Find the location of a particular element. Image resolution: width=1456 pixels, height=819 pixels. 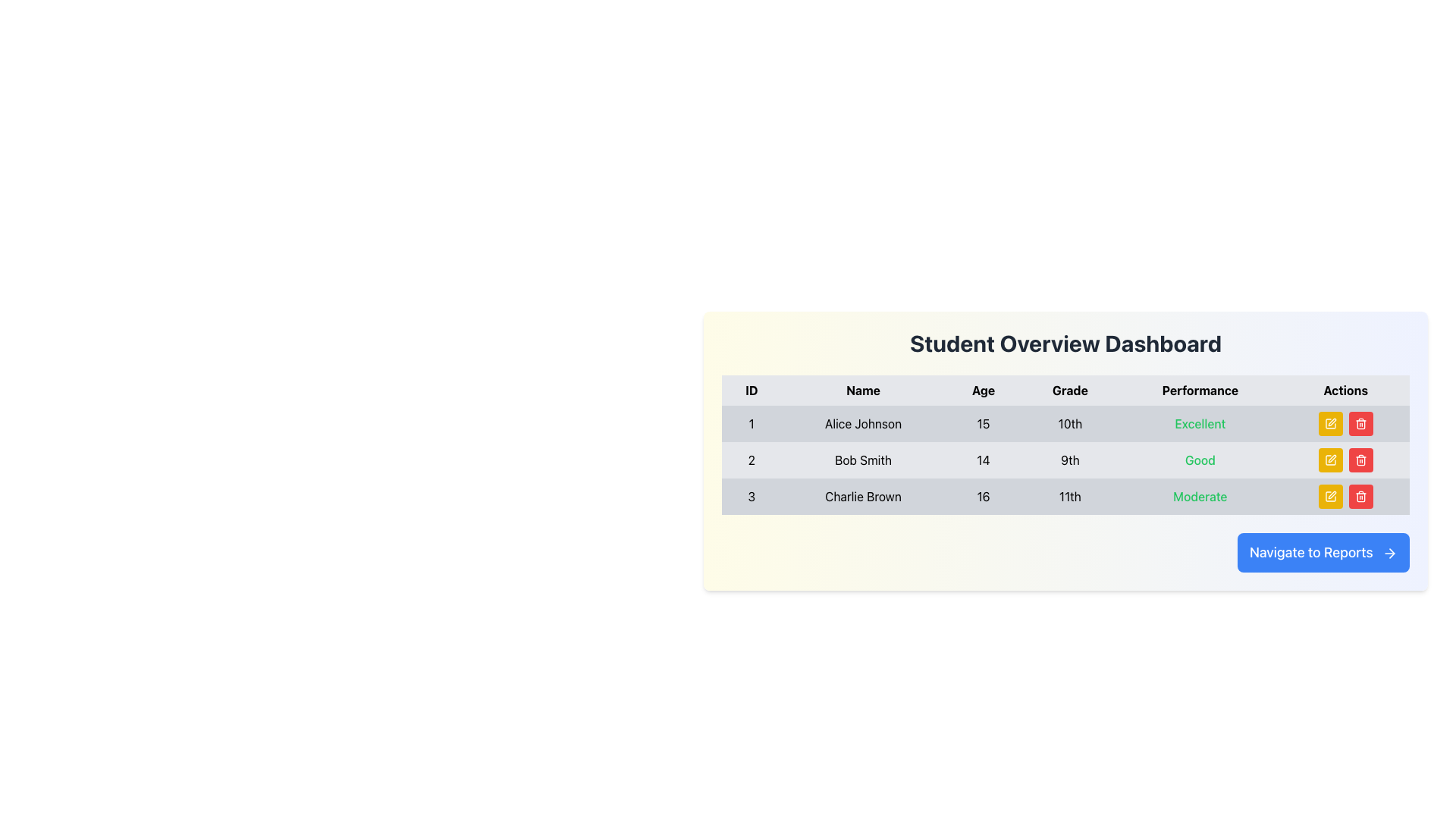

the static text element displaying '2' in bold font located in the second row of the table under the 'ID' column is located at coordinates (752, 459).